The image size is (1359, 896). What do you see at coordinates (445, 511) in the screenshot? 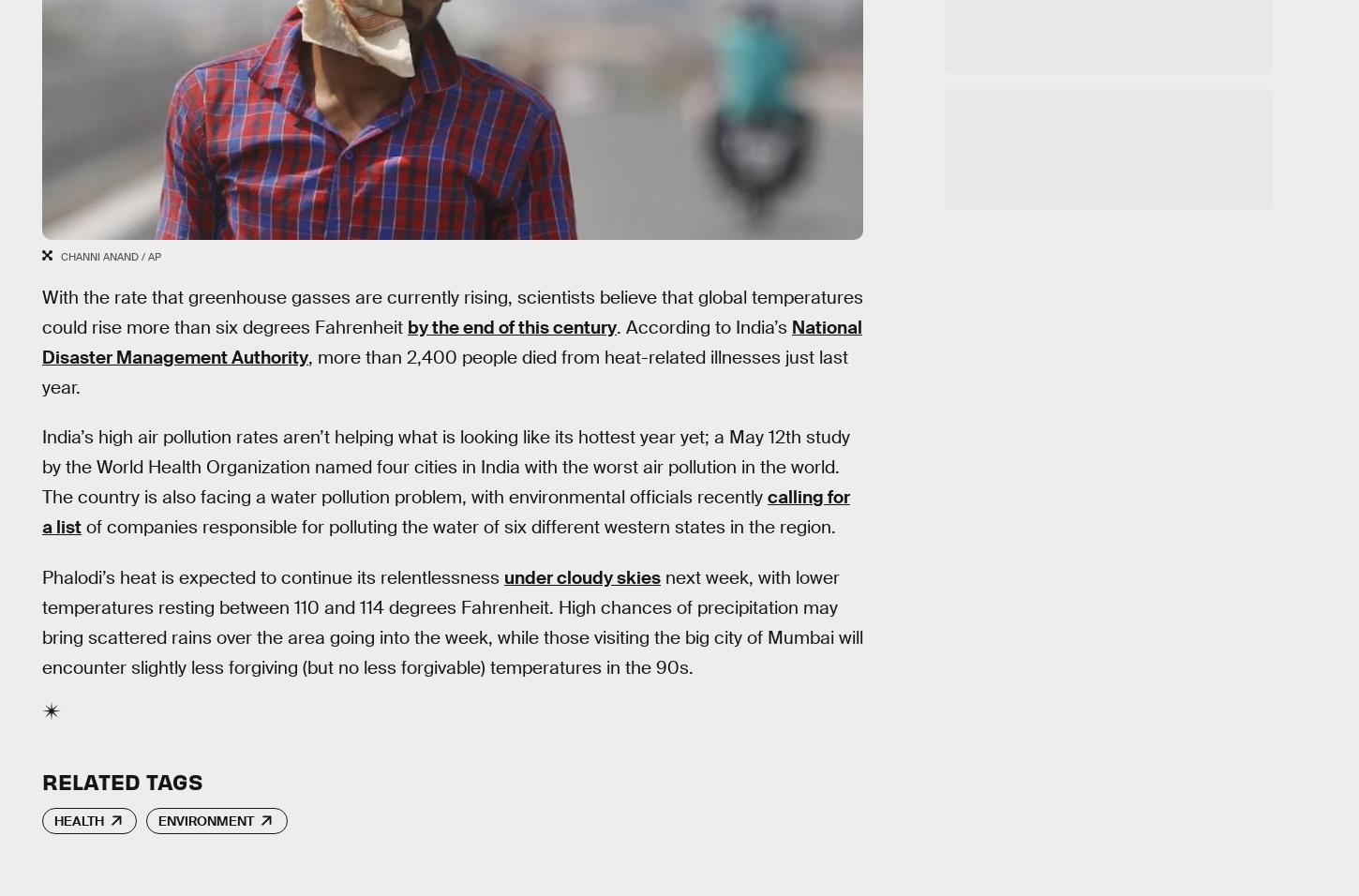
I see `'calling for a list'` at bounding box center [445, 511].